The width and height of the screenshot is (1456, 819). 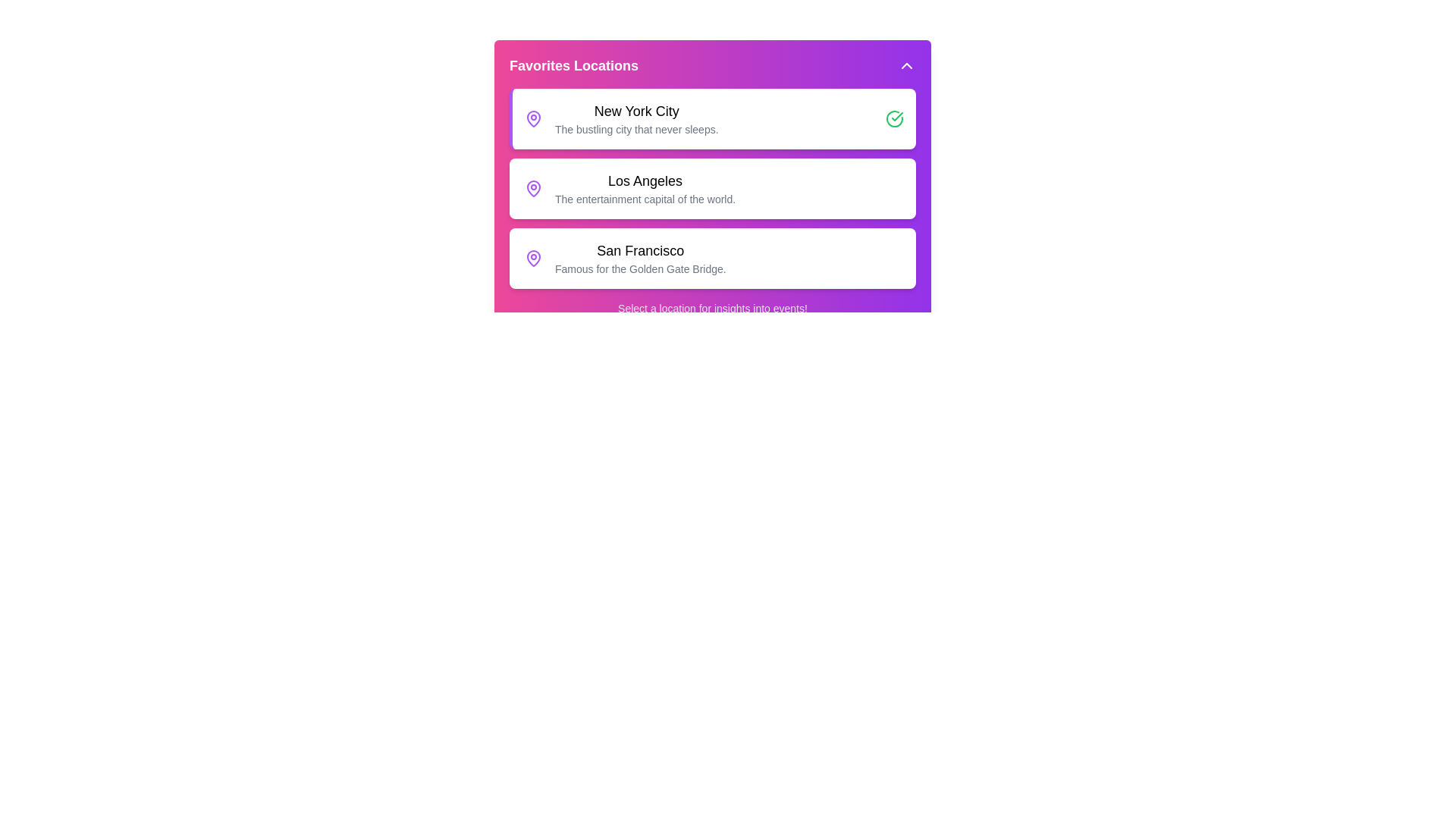 What do you see at coordinates (712, 65) in the screenshot?
I see `the header section to inspect it` at bounding box center [712, 65].